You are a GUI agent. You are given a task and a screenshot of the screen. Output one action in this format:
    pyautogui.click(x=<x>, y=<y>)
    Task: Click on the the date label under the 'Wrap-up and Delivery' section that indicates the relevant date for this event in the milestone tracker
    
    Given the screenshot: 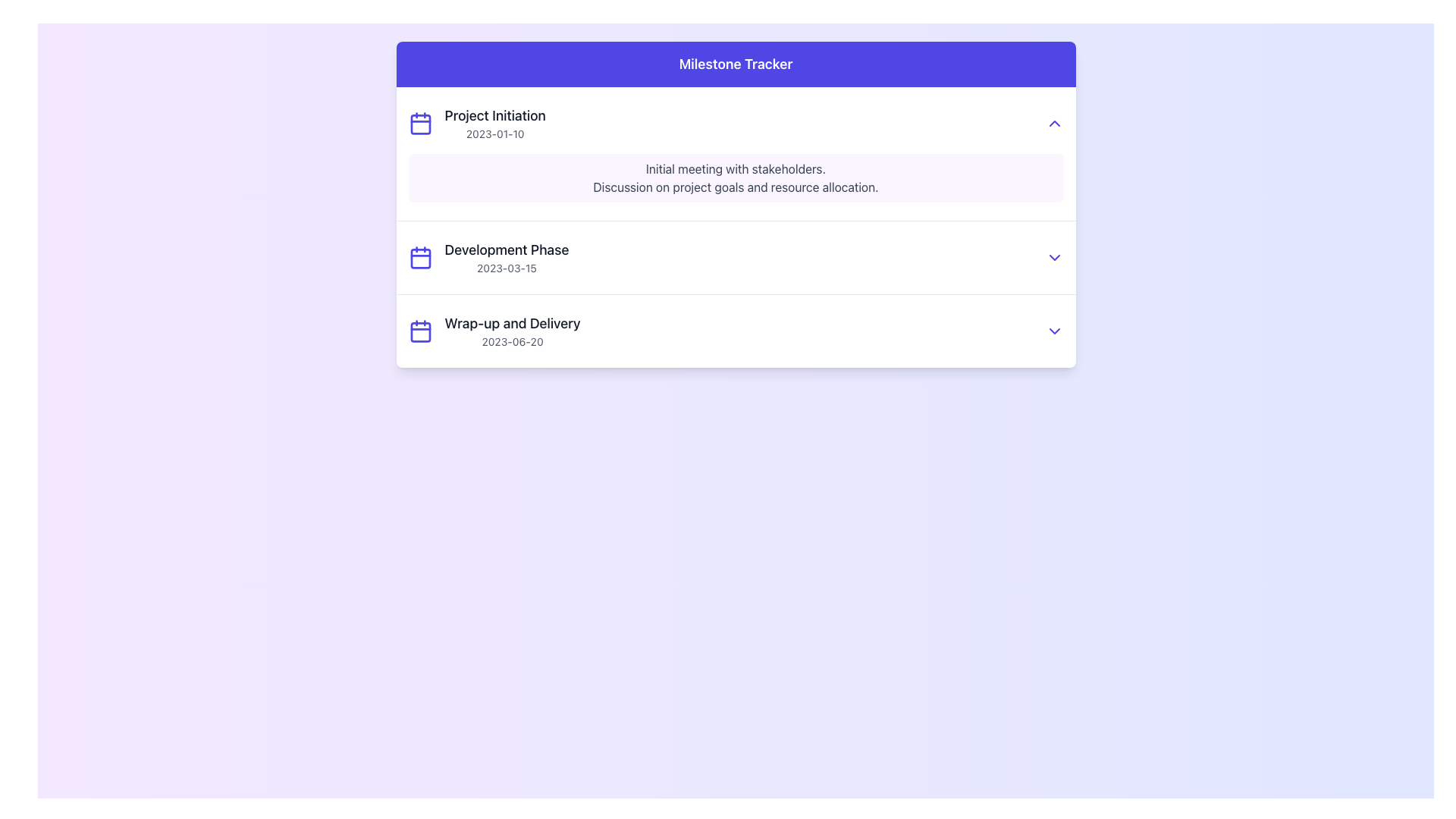 What is the action you would take?
    pyautogui.click(x=513, y=342)
    